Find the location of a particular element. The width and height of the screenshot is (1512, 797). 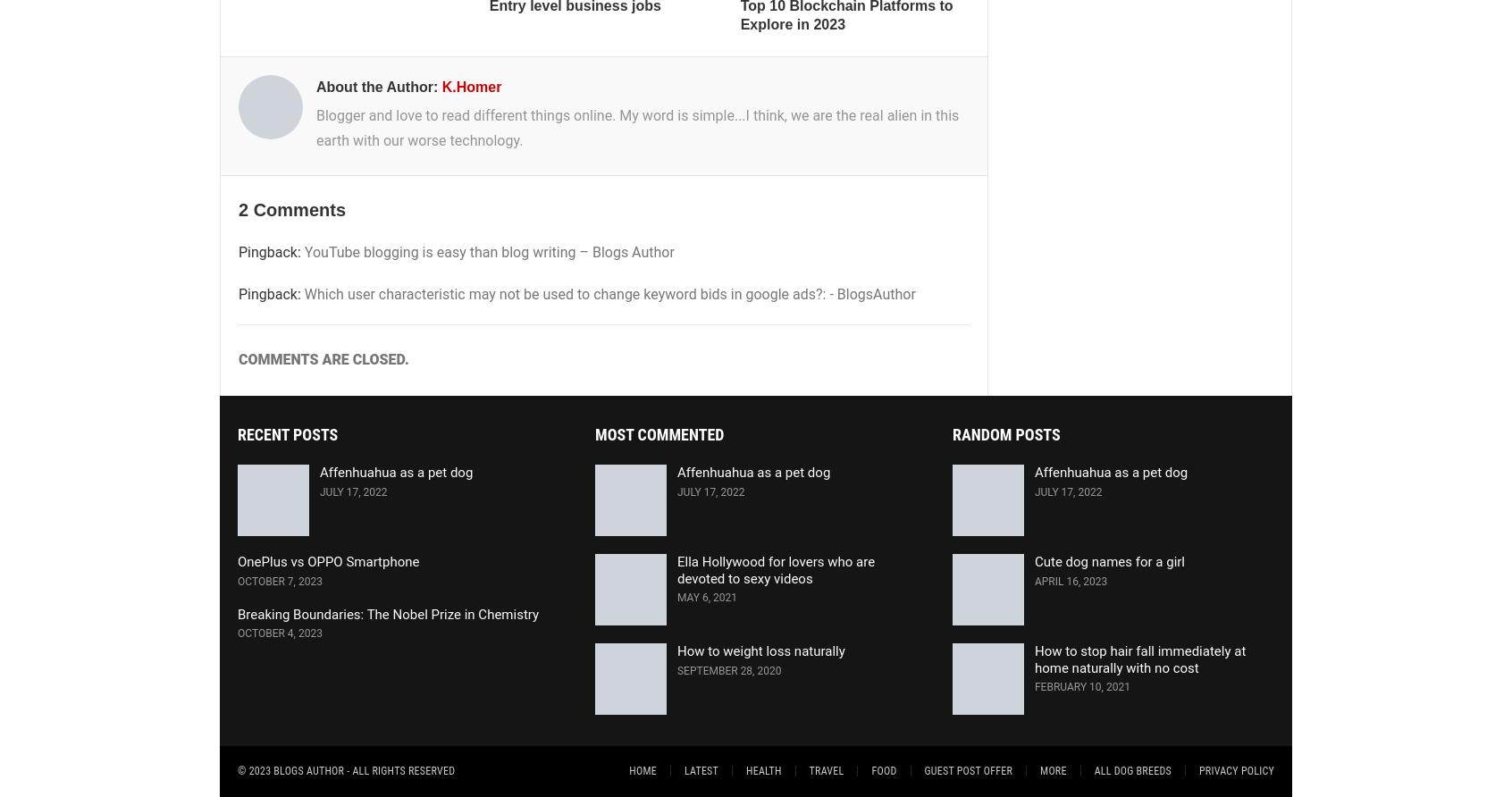

'Comments are closed.' is located at coordinates (323, 358).